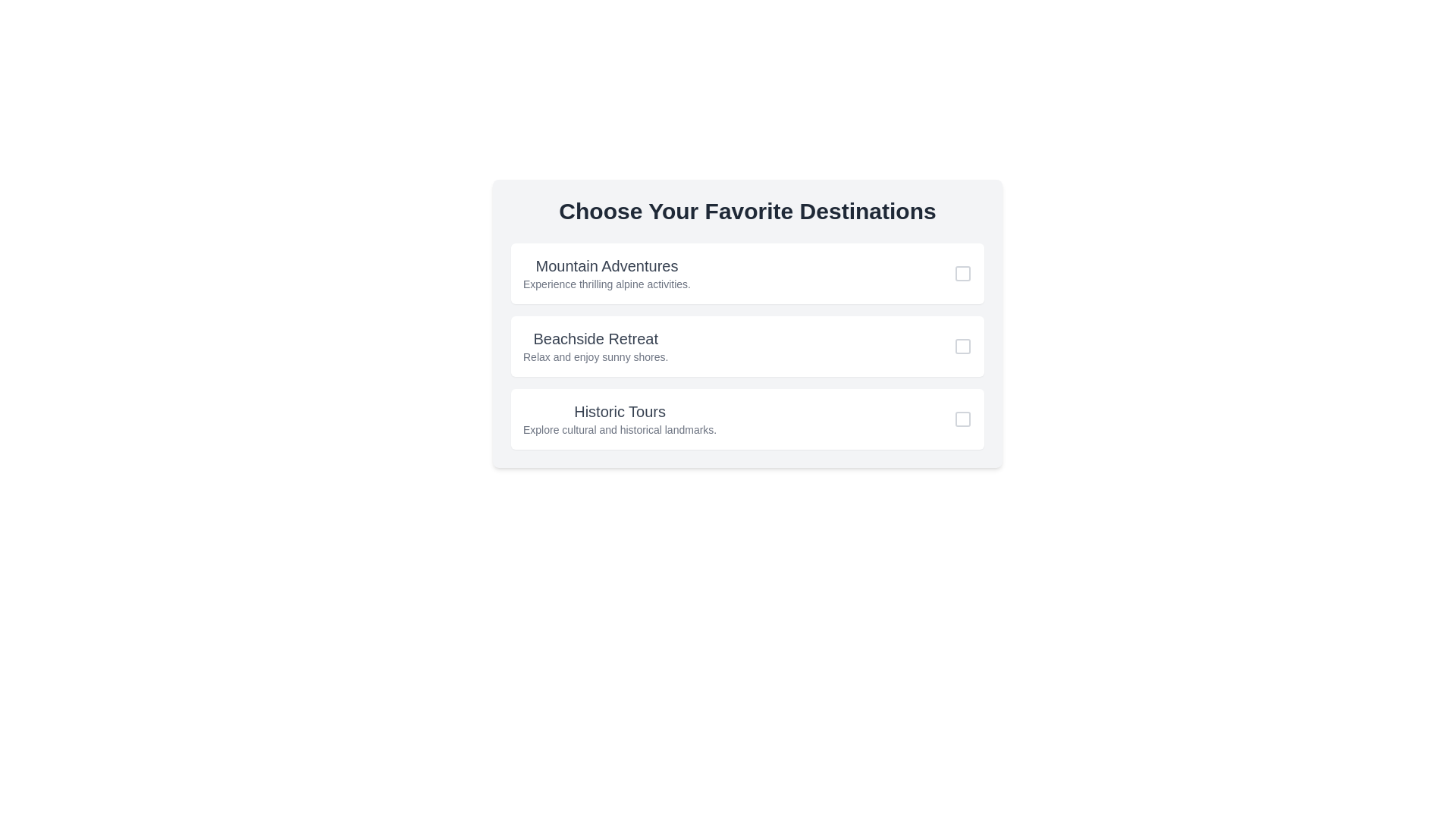 This screenshot has height=819, width=1456. I want to click on the second card in the vertical list of options, which contains a checkbox for selecting a destination choice, to trigger hover effects, so click(747, 346).